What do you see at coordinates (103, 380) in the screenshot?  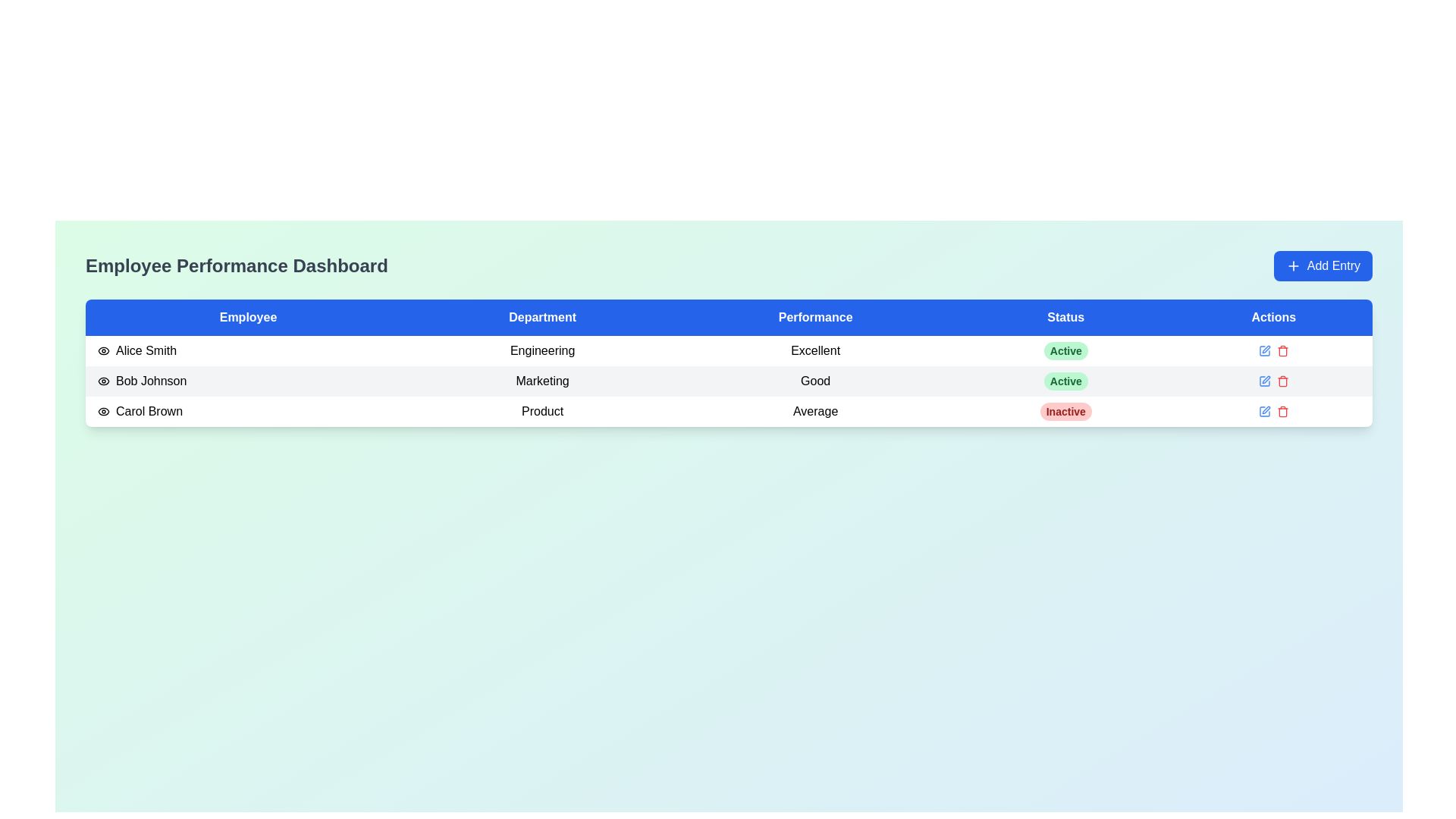 I see `the eye-shaped icon located to the left of 'Bob Johnson' in the 'Employee' column` at bounding box center [103, 380].